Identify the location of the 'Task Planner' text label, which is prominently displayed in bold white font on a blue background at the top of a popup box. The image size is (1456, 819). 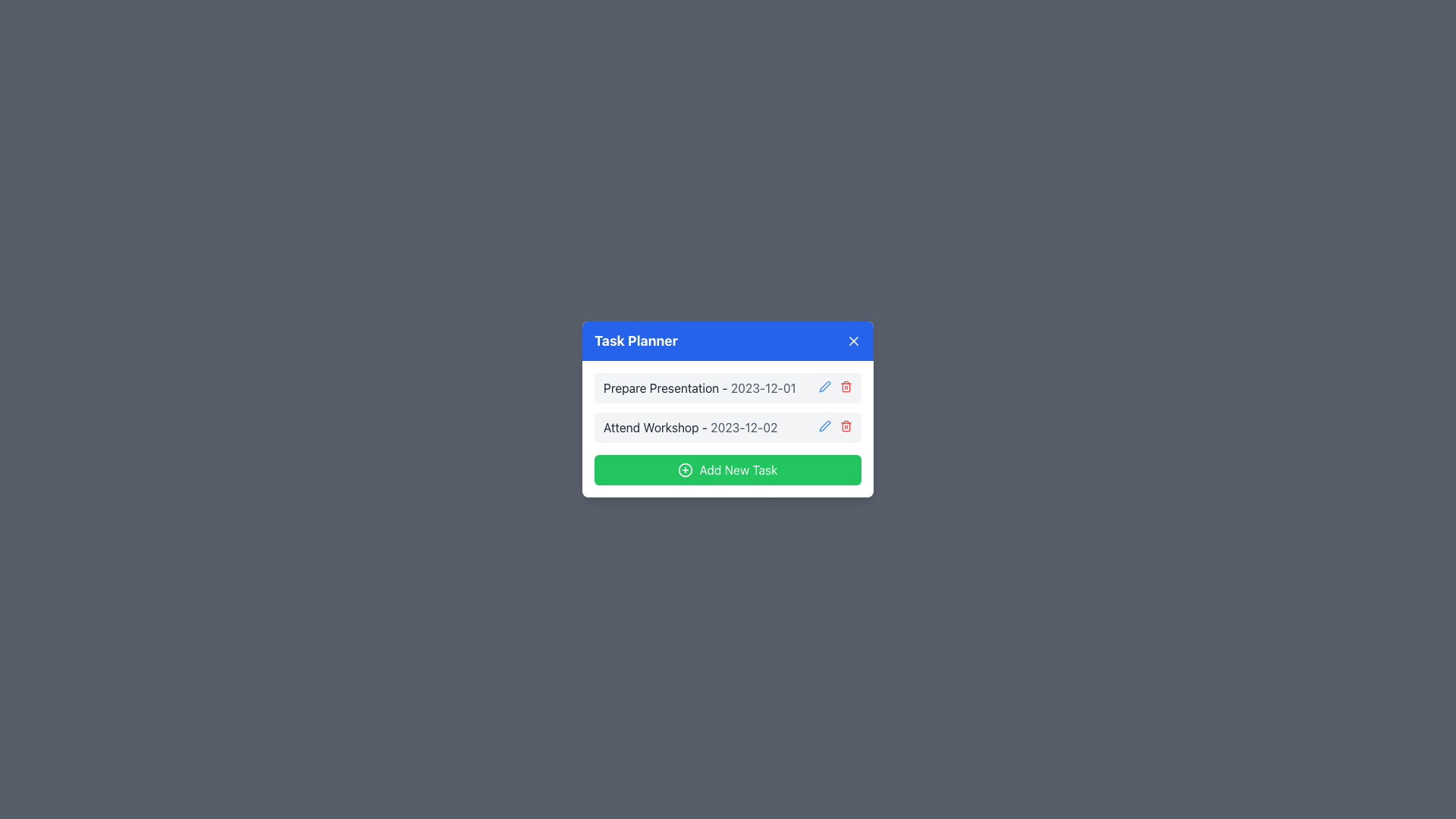
(636, 341).